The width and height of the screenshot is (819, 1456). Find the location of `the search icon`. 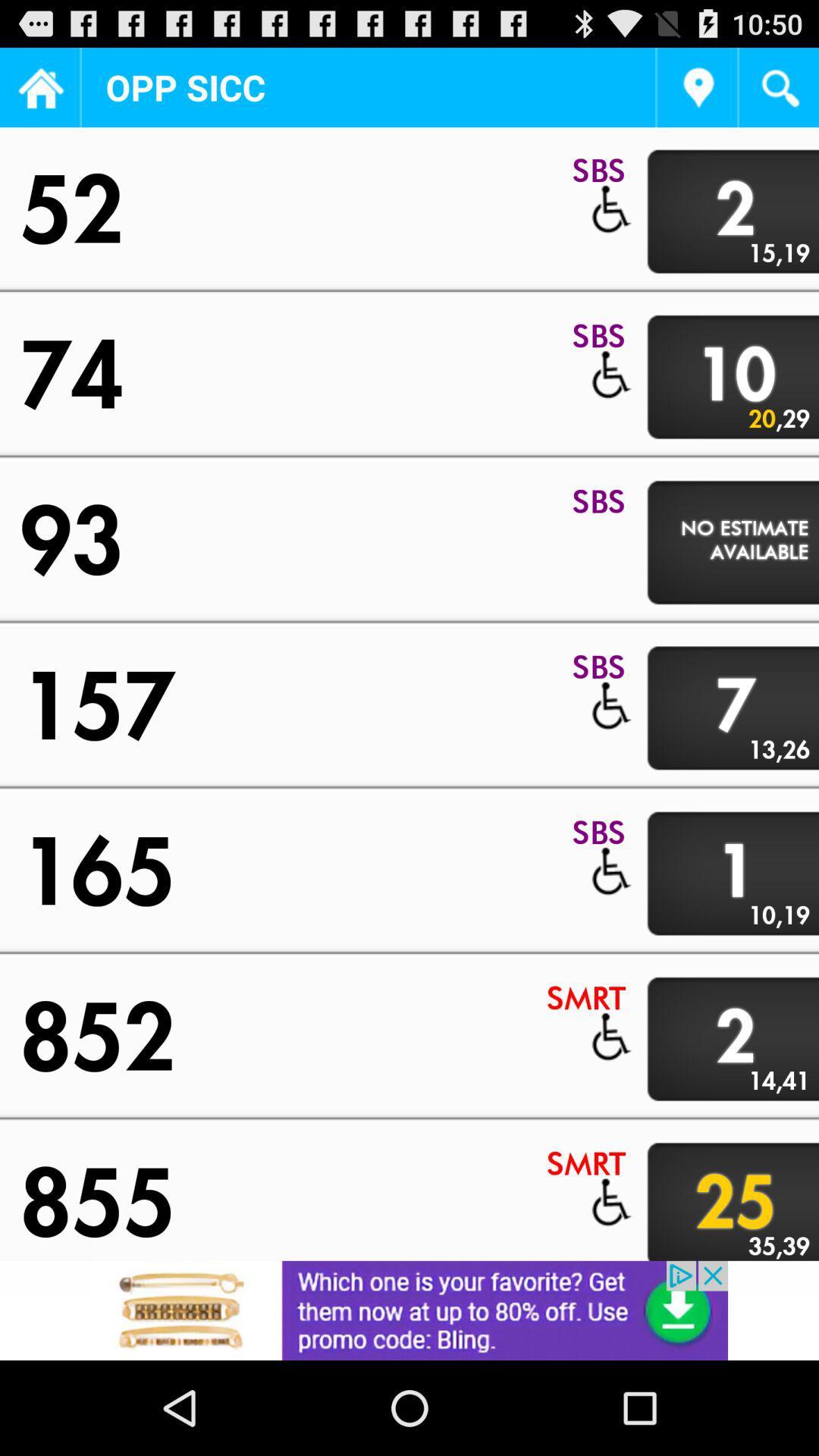

the search icon is located at coordinates (779, 93).